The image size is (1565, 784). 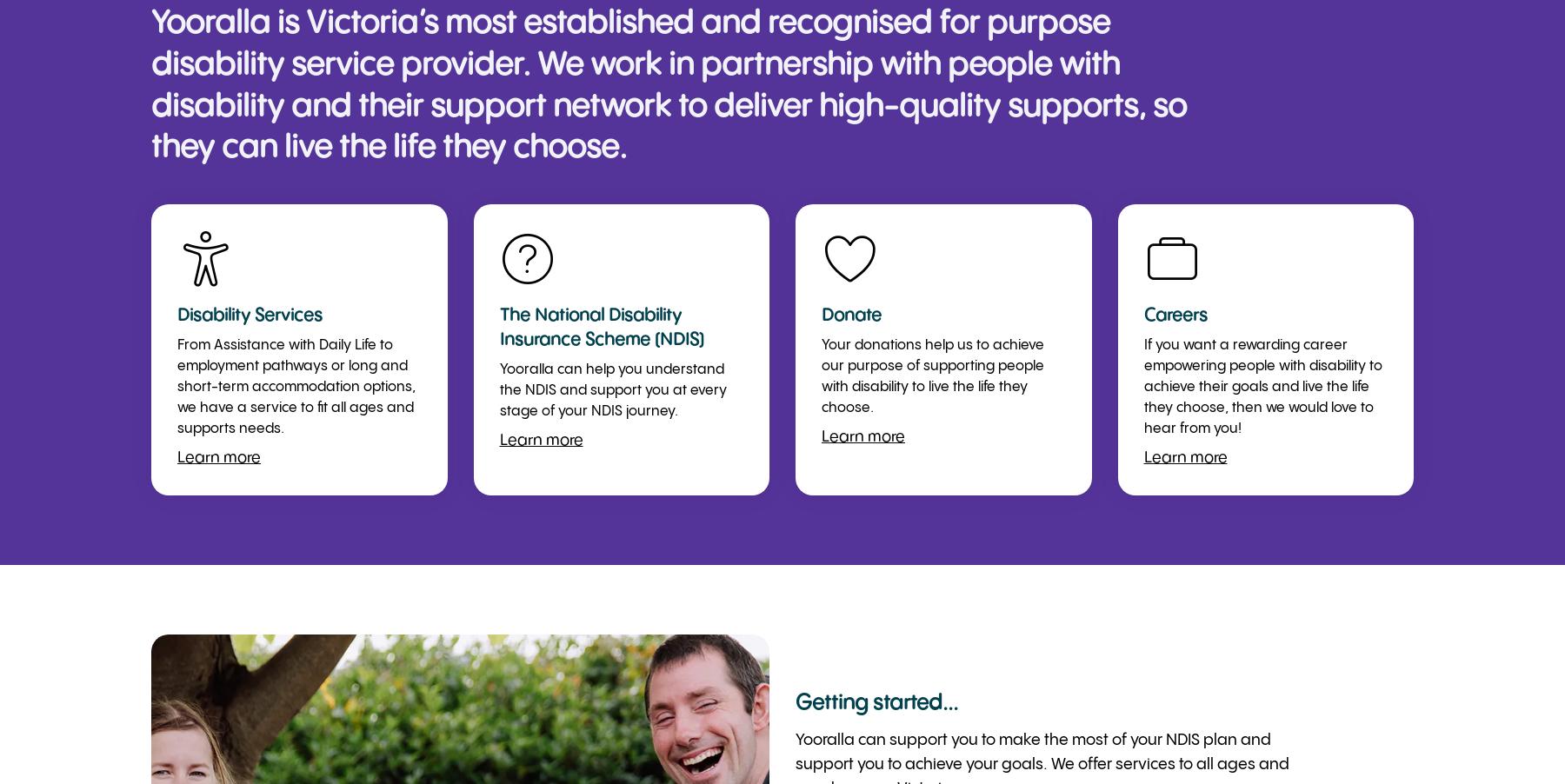 I want to click on 'help', so click(x=527, y=258).